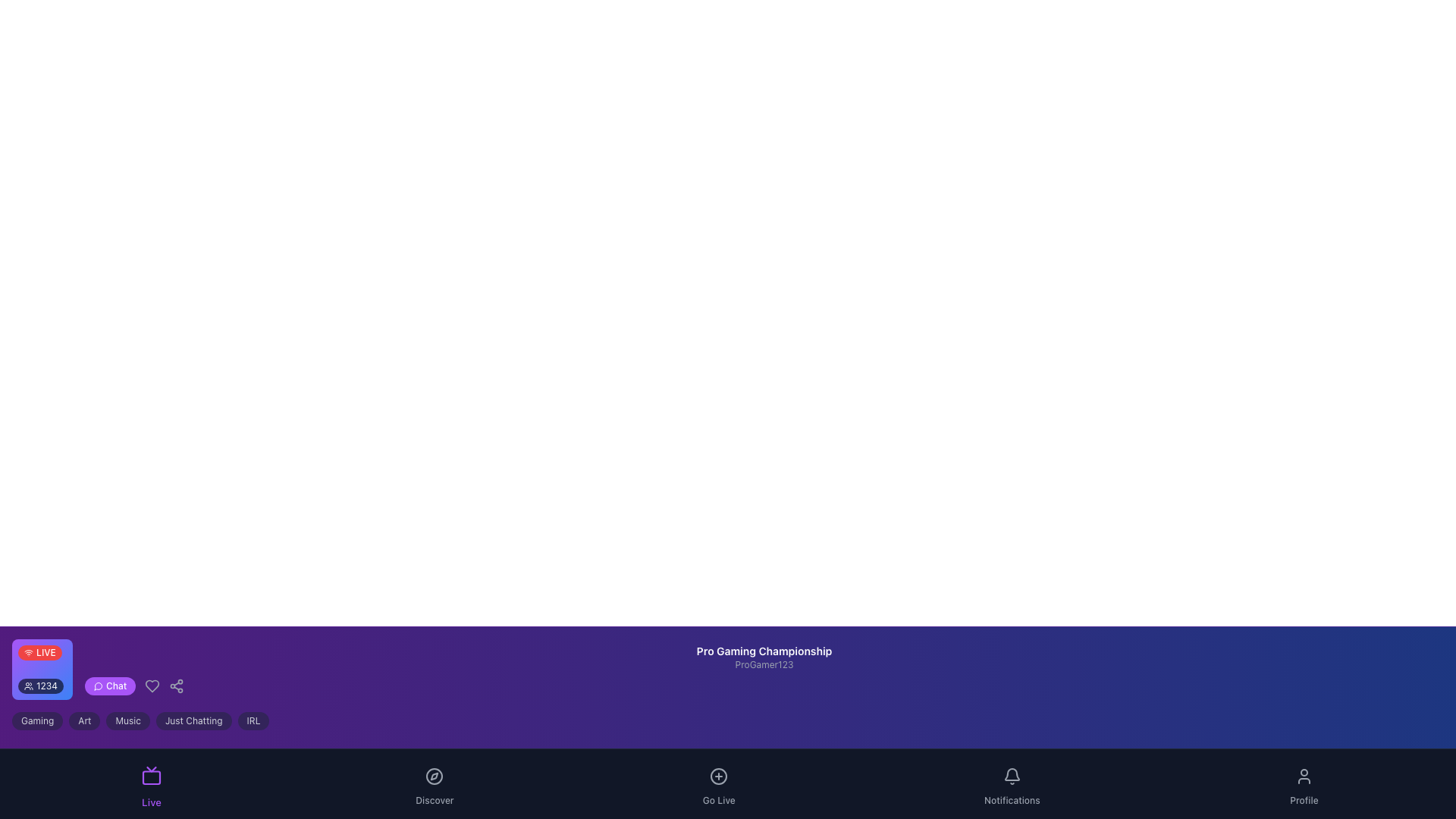 The image size is (1456, 819). I want to click on the button located at the center of the bottom navigation bar, surrounded by 'Discover' on the left and 'Notifications' on the right, so click(718, 783).